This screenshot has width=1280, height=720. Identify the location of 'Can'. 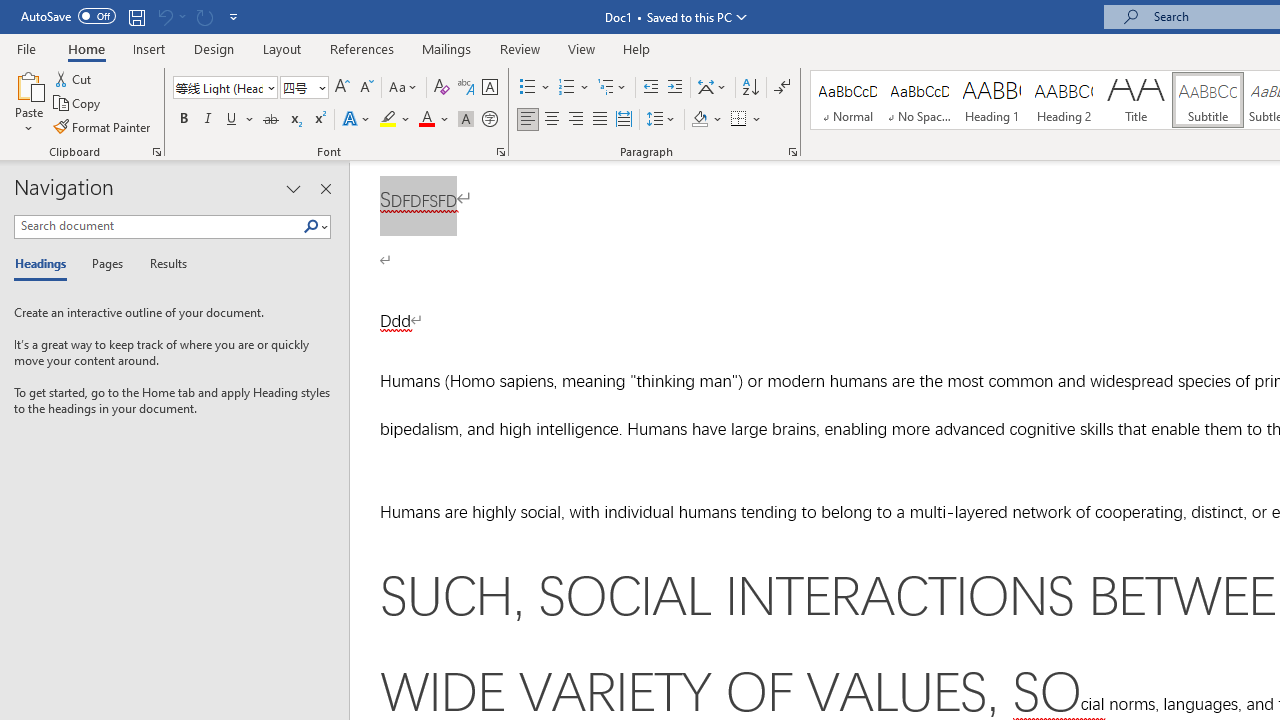
(204, 16).